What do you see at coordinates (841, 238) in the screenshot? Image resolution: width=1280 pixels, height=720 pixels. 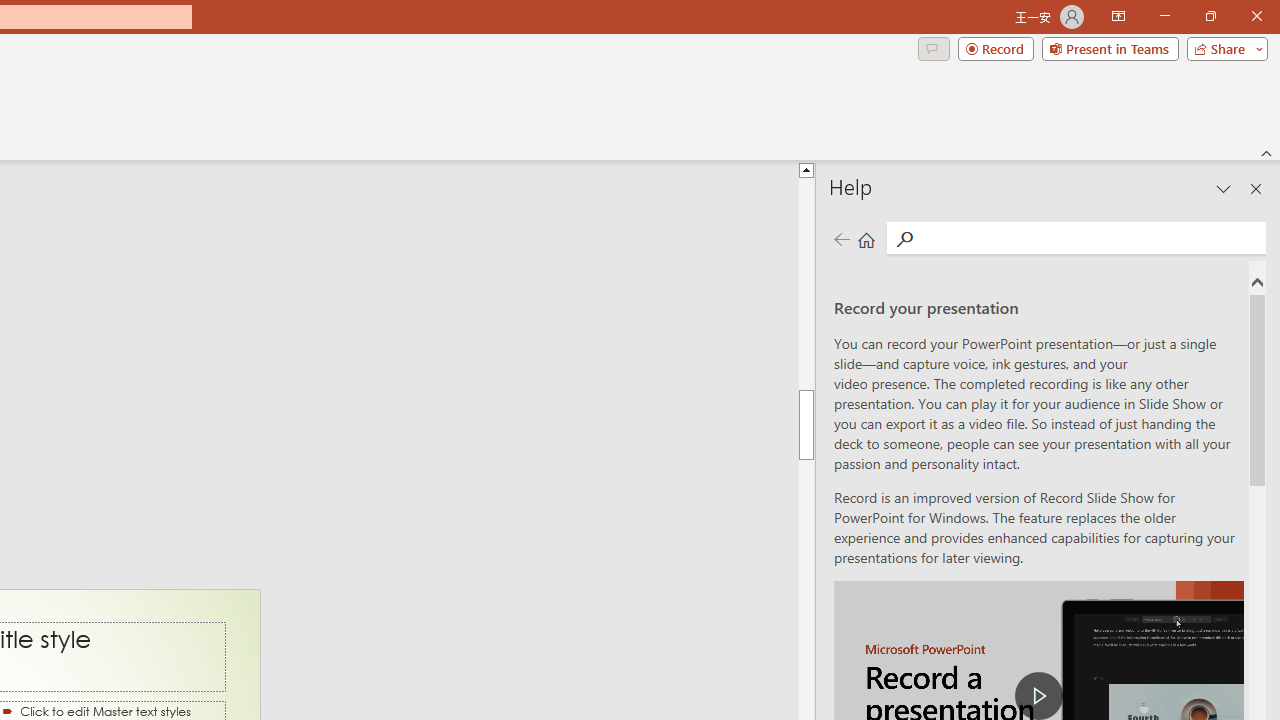 I see `'Previous page'` at bounding box center [841, 238].